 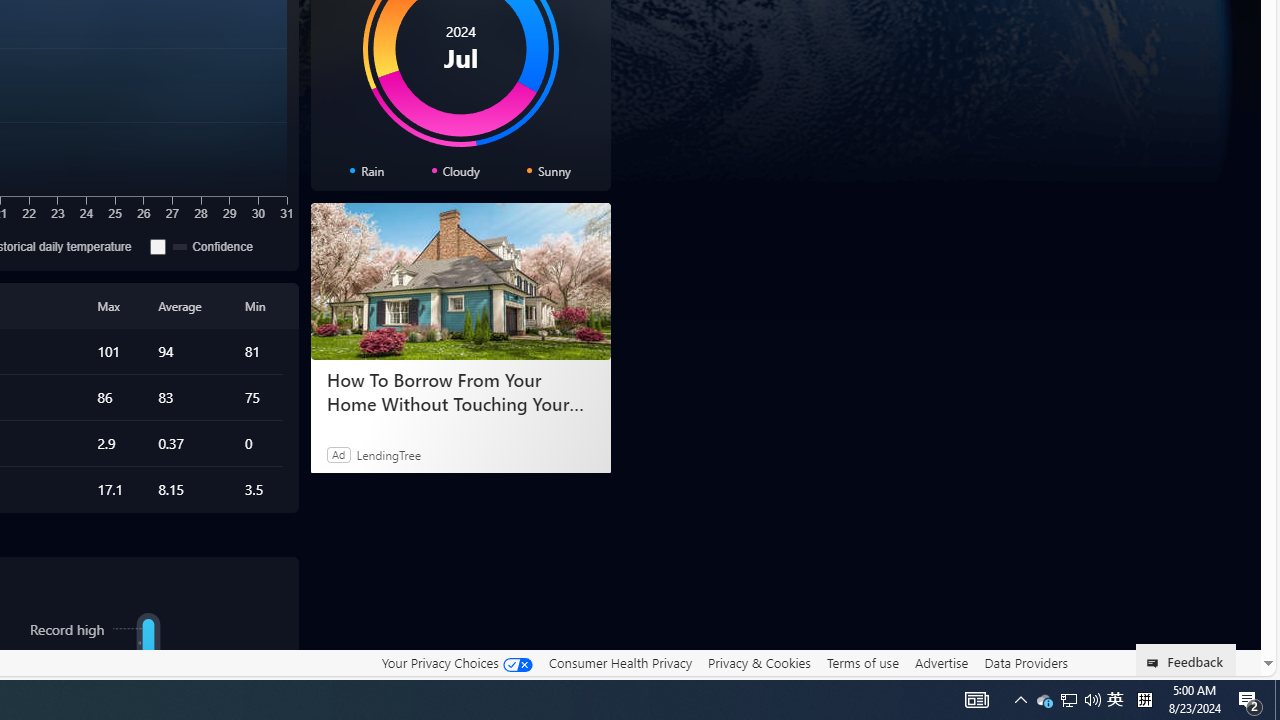 I want to click on 'Confidence', so click(x=157, y=245).